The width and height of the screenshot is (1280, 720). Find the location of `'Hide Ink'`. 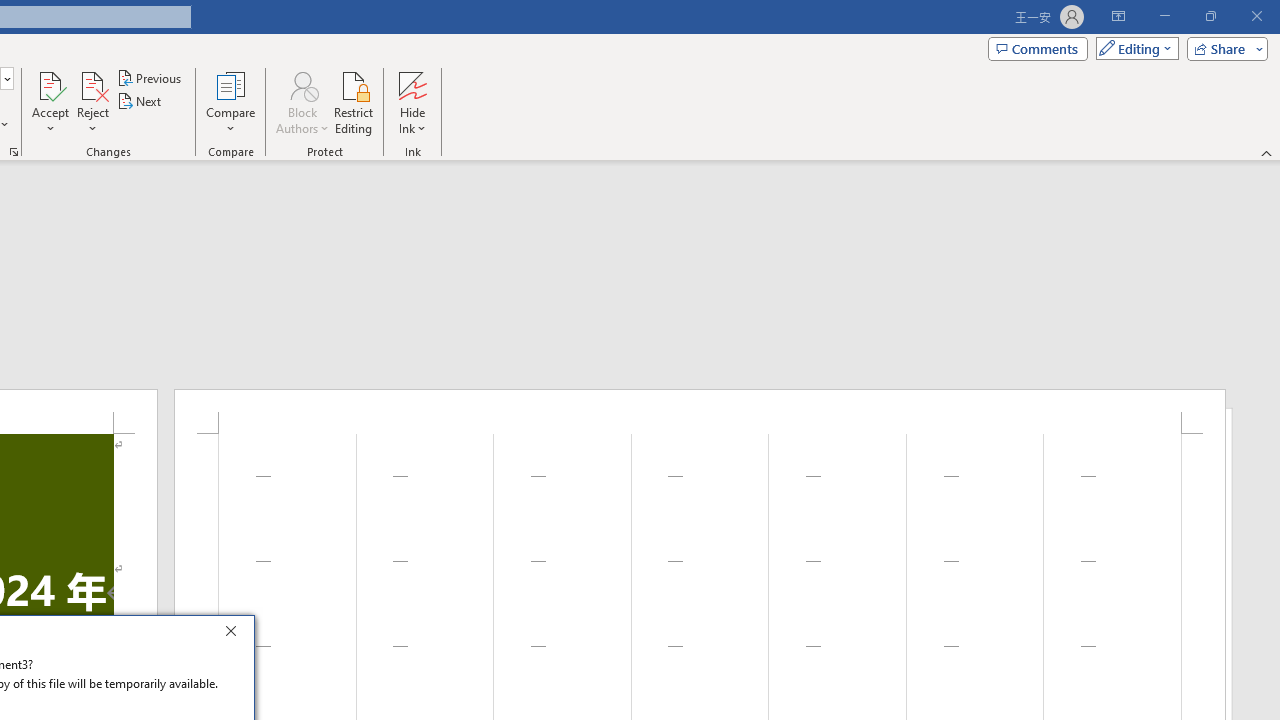

'Hide Ink' is located at coordinates (411, 84).